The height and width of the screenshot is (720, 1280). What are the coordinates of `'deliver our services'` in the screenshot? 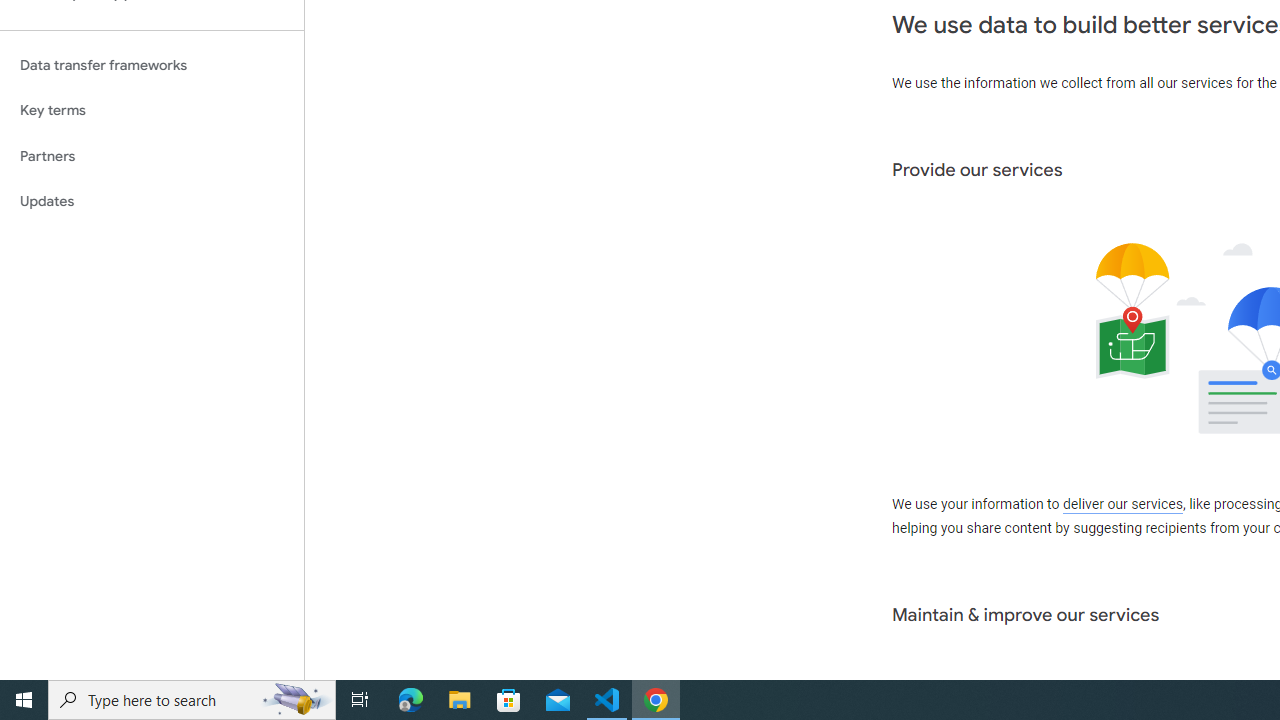 It's located at (1122, 504).